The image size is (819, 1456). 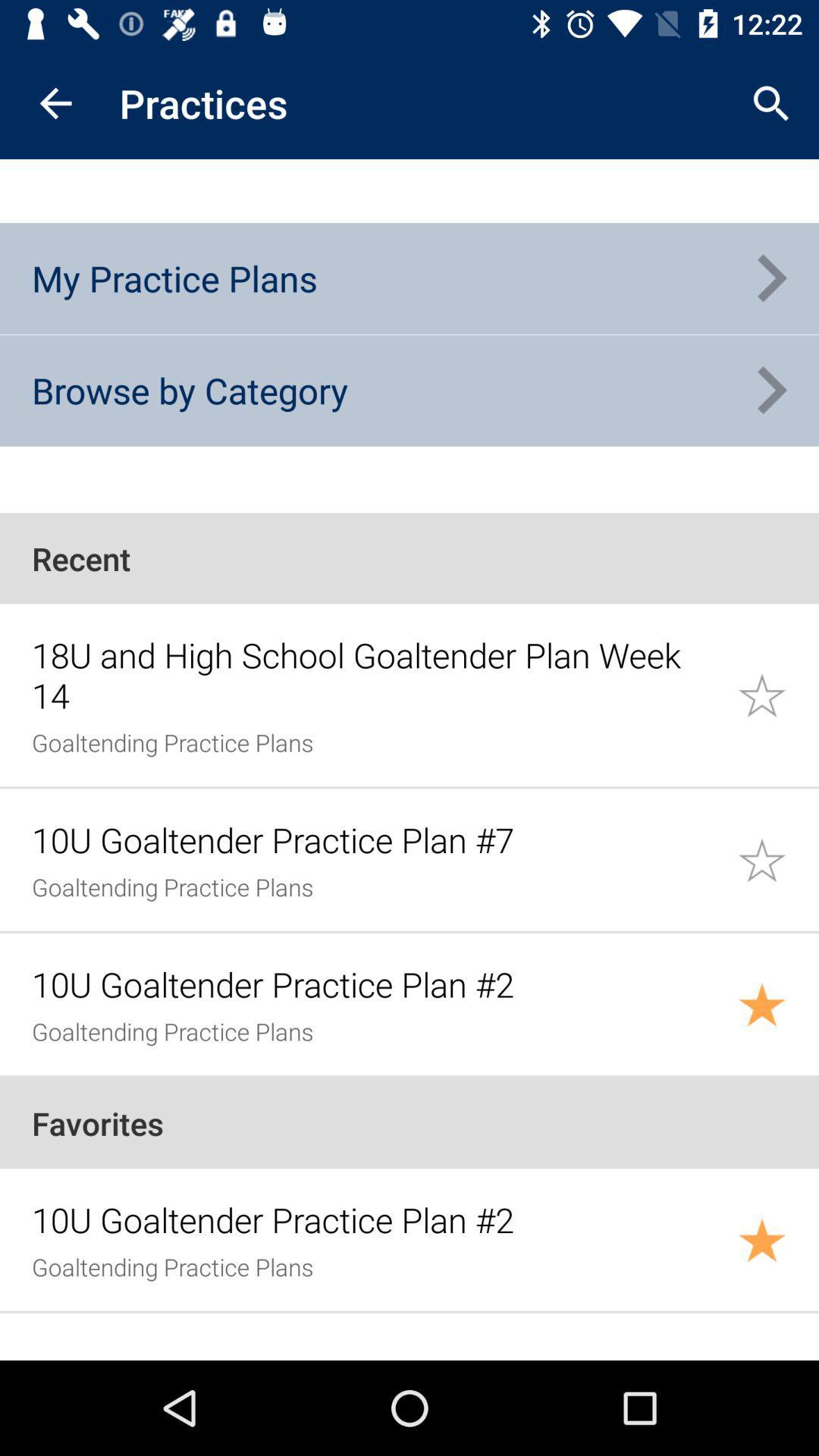 I want to click on the recent, so click(x=409, y=557).